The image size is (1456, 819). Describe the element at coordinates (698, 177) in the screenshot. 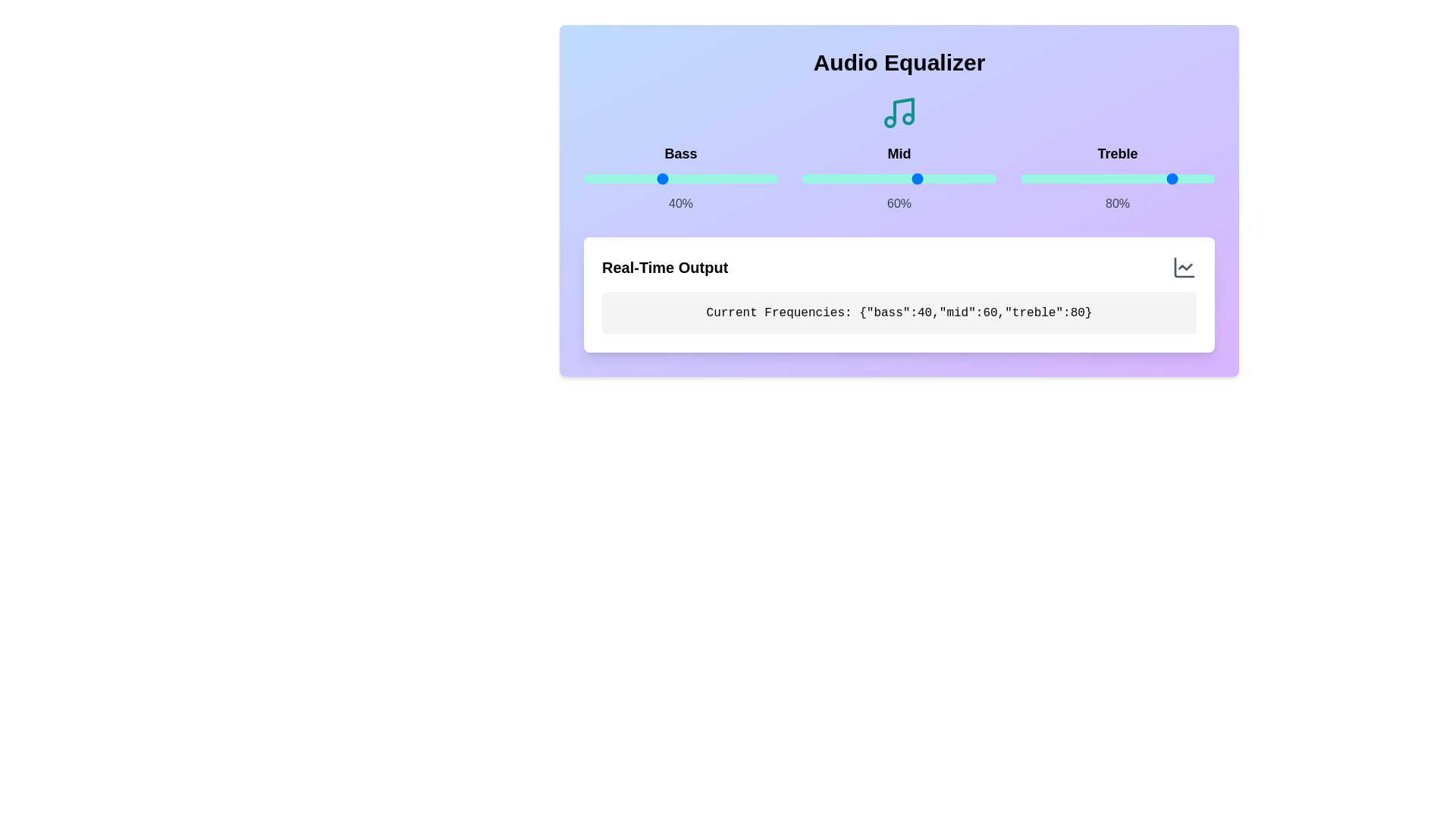

I see `bass level` at that location.